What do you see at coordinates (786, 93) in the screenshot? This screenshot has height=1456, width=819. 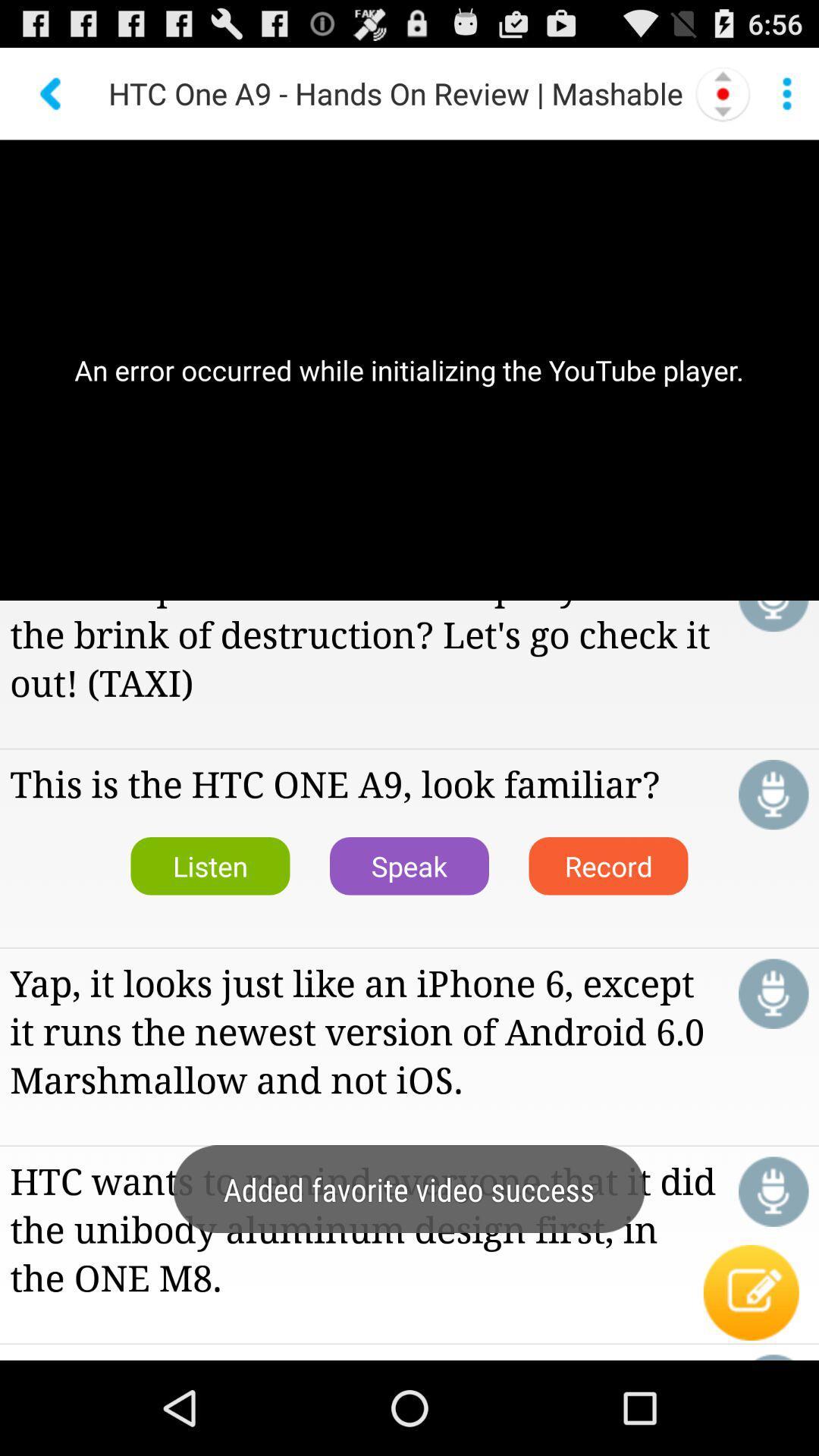 I see `menu` at bounding box center [786, 93].